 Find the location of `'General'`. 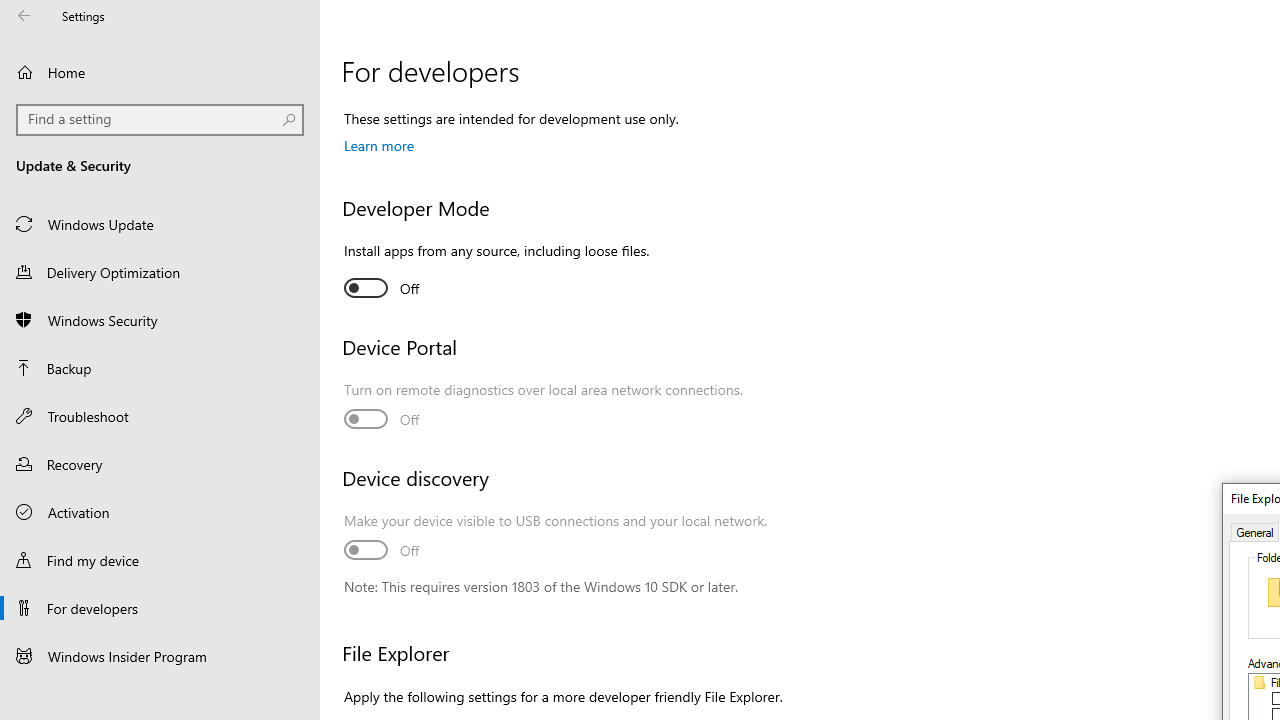

'General' is located at coordinates (1254, 530).